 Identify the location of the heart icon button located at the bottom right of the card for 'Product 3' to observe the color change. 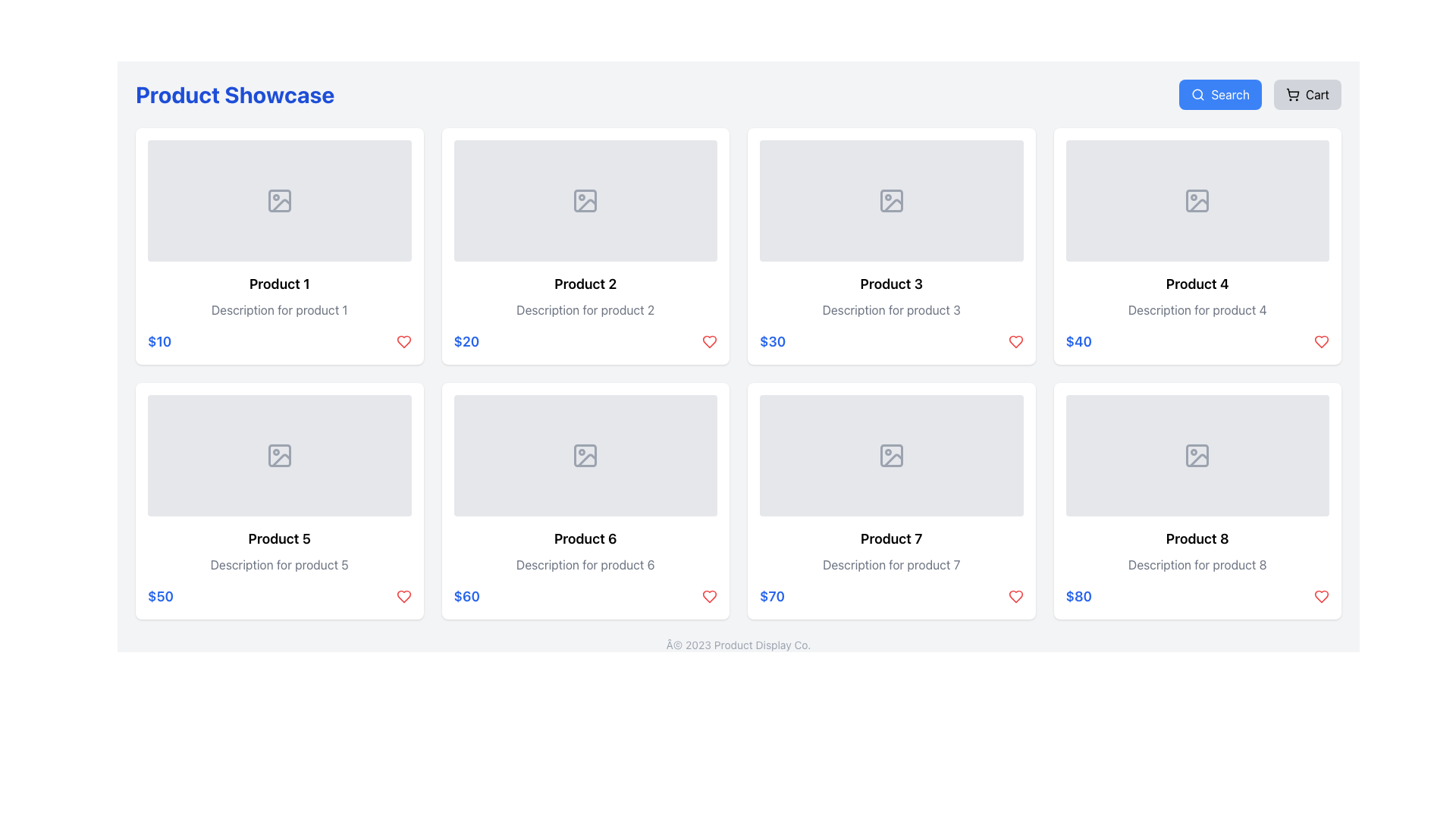
(1015, 342).